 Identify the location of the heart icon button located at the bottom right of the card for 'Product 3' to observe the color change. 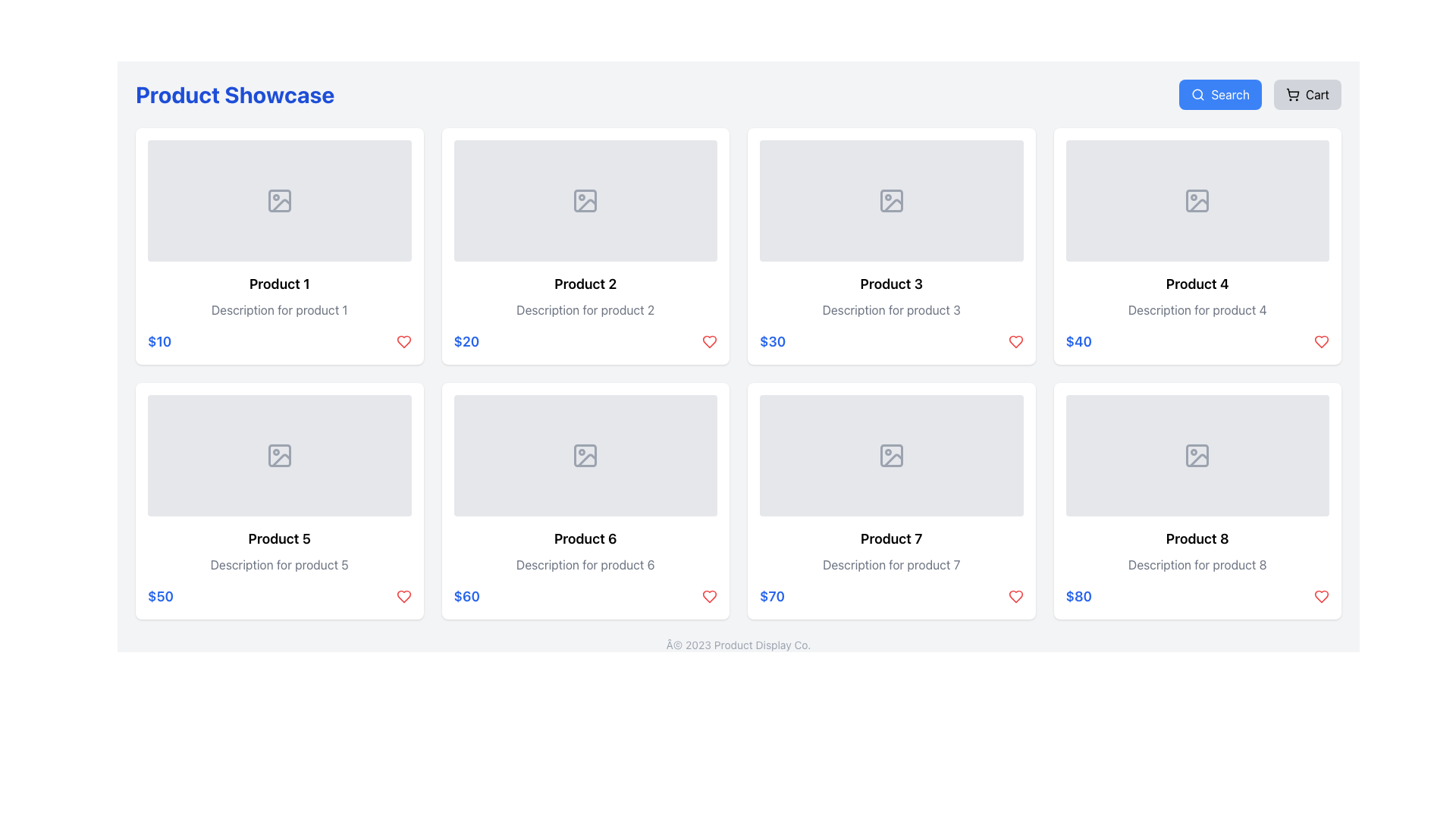
(1015, 342).